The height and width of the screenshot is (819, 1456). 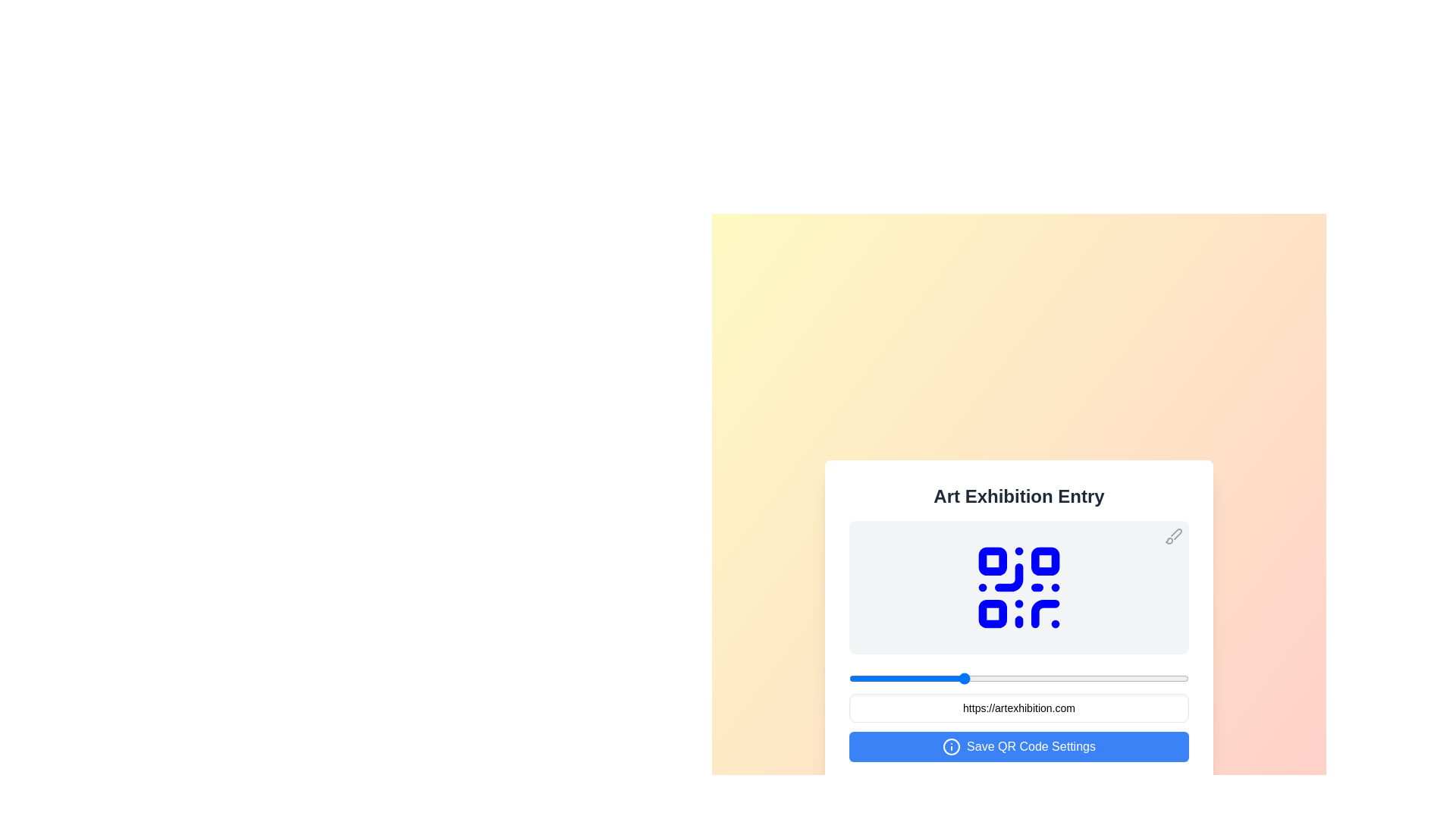 I want to click on the top-left rounded square graphic module of the QR code, which is filled with a vivid blue color and part of the QR code structure located in the 'Art Exhibition Entry' section, so click(x=993, y=561).